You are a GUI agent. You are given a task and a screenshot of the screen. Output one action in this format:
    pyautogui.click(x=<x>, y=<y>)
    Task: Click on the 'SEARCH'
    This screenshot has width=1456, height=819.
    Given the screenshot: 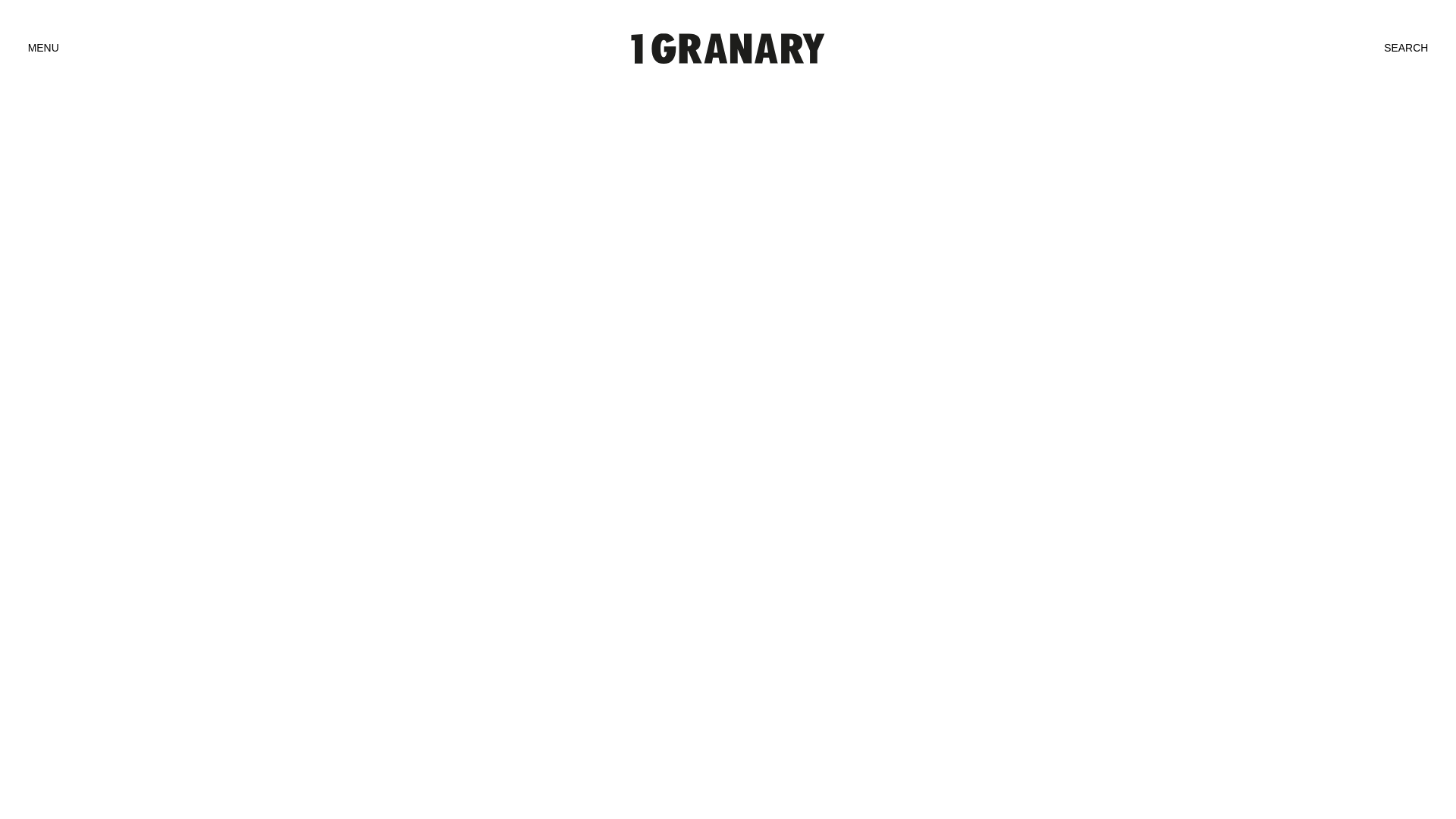 What is the action you would take?
    pyautogui.click(x=1404, y=48)
    